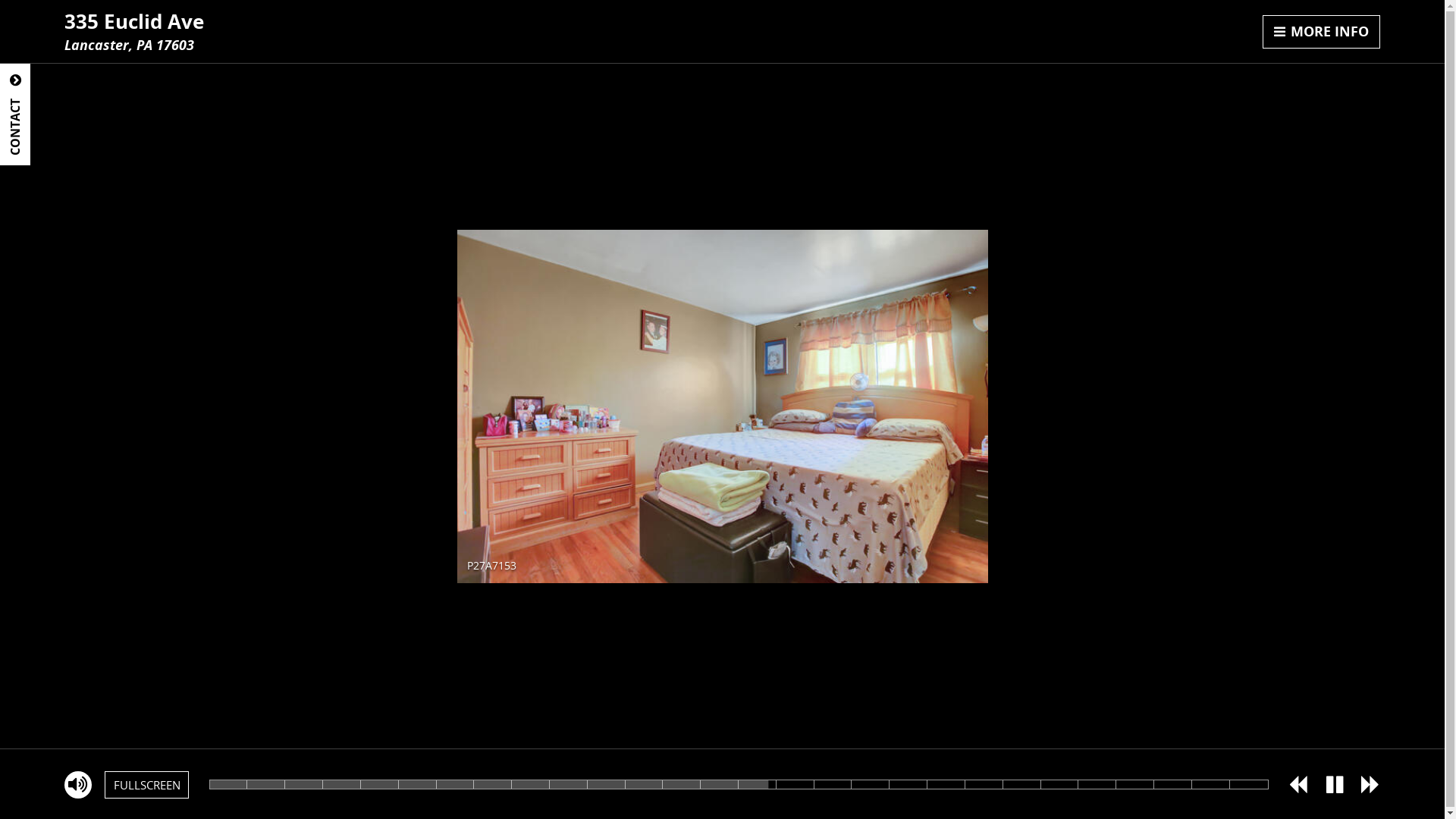  What do you see at coordinates (1320, 32) in the screenshot?
I see `'MORE INFO'` at bounding box center [1320, 32].